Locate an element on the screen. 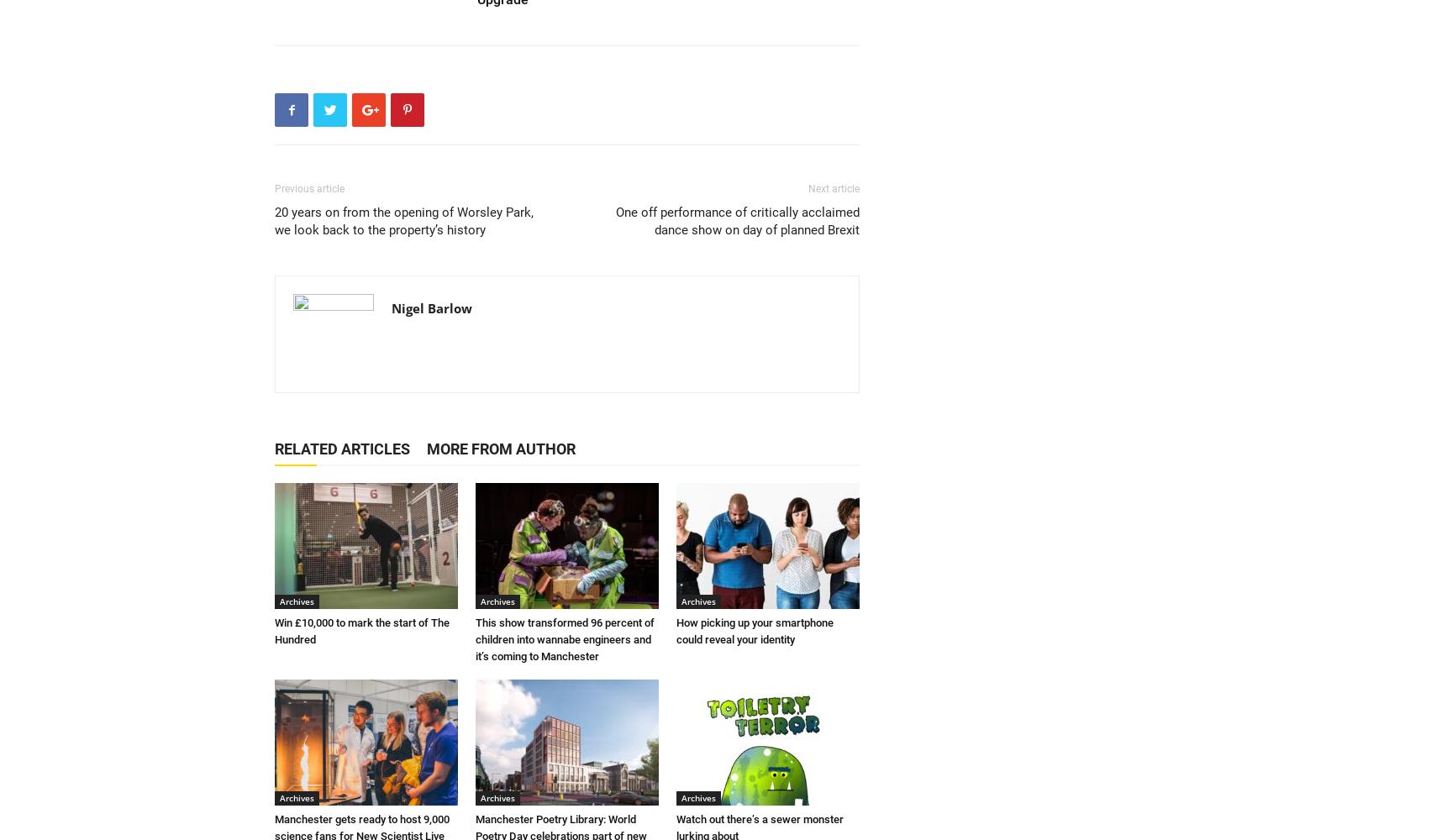  'How picking up your smartphone could reveal your identity' is located at coordinates (755, 631).